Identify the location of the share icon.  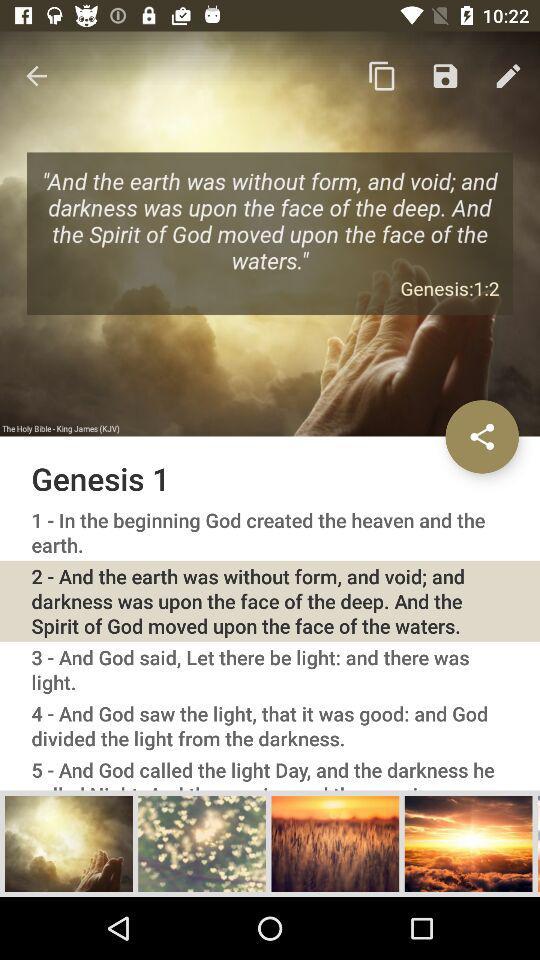
(481, 436).